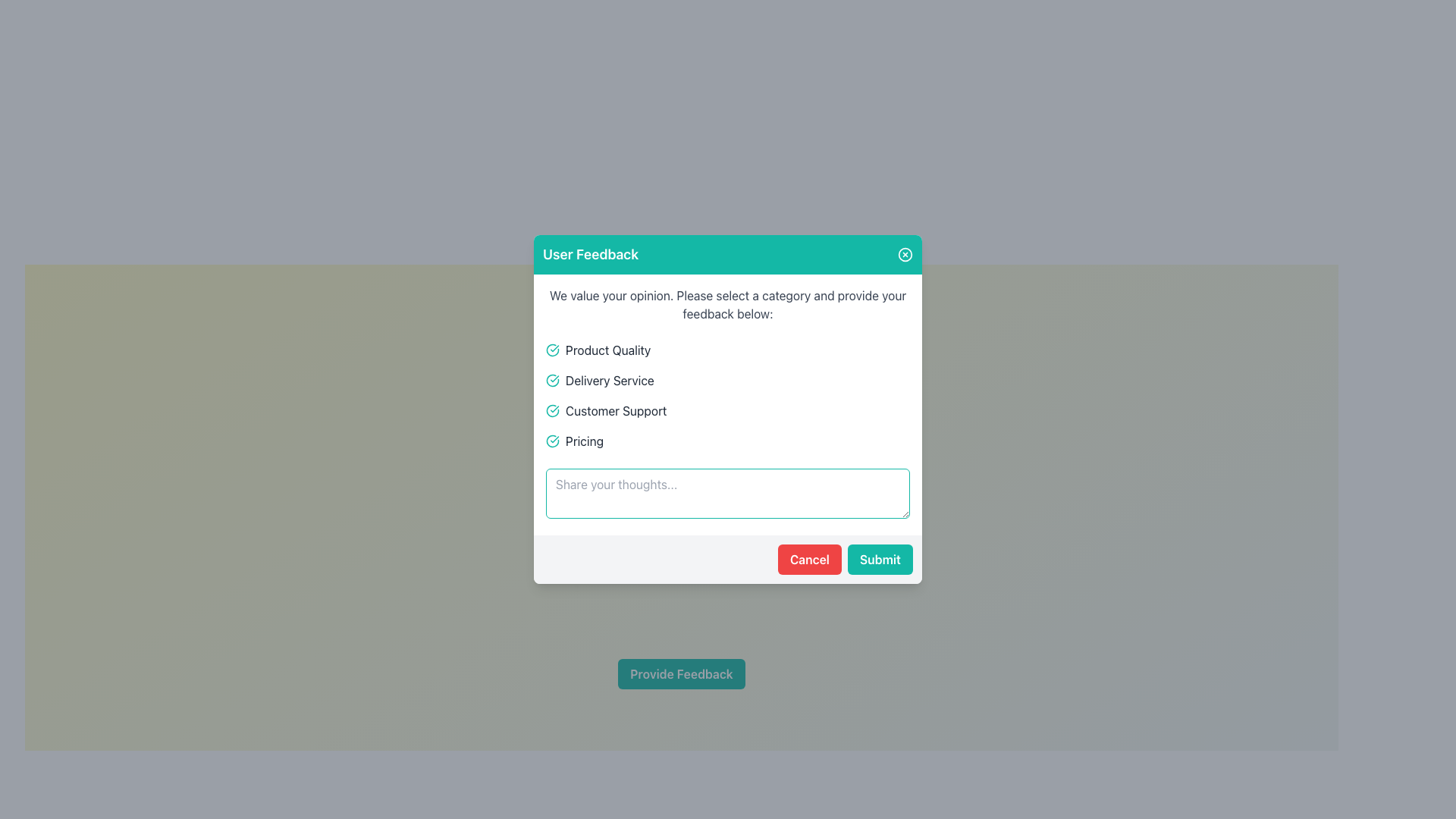  Describe the element at coordinates (728, 394) in the screenshot. I see `the list element containing options like 'Product Quality', 'Delivery Service', 'Customer Support', and 'Pricing'` at that location.